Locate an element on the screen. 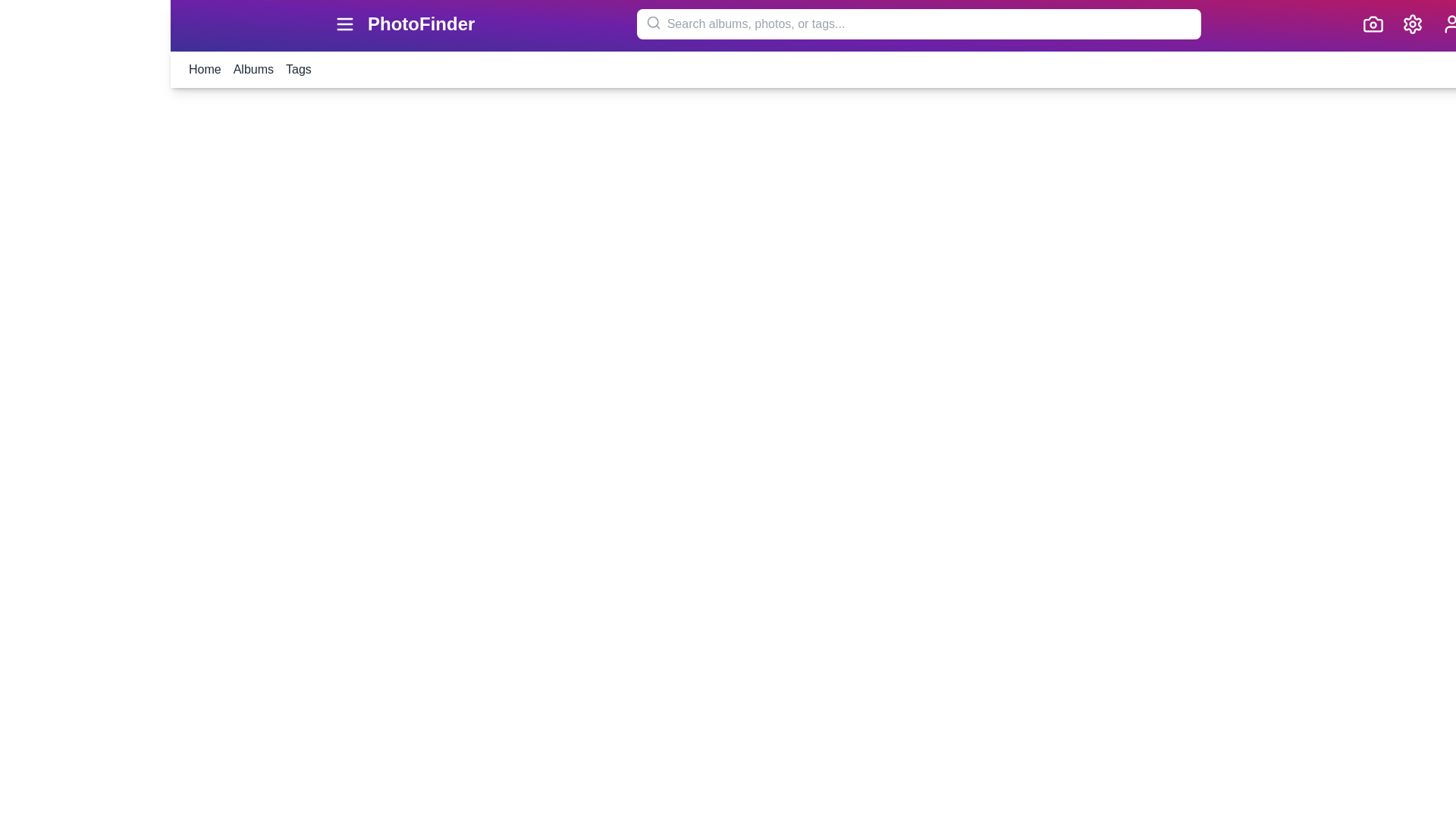 The image size is (1456, 819). the menu icon to toggle the menu visibility is located at coordinates (344, 24).